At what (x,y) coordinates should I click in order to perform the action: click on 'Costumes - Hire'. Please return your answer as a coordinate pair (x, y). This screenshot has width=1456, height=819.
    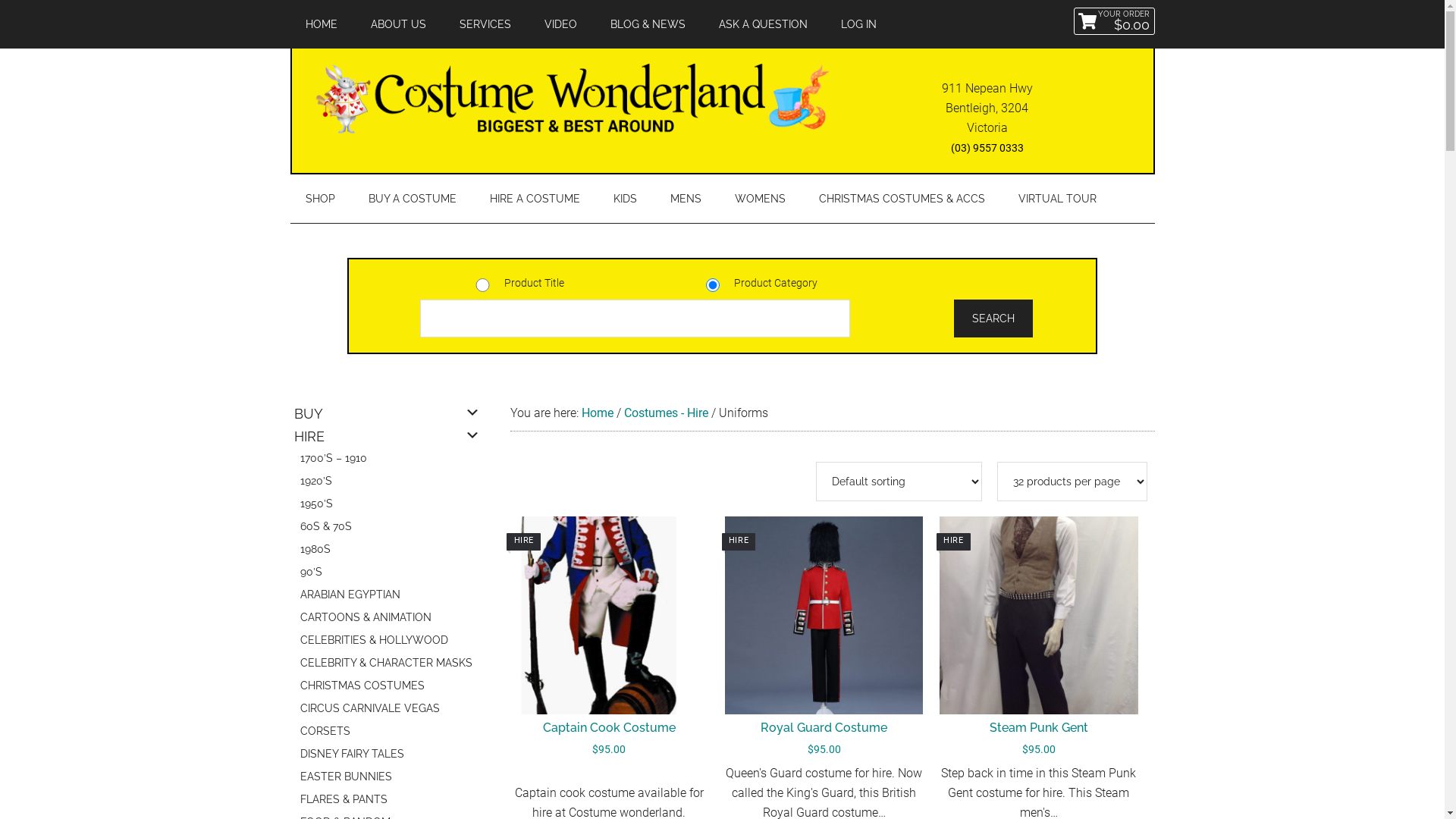
    Looking at the image, I should click on (665, 413).